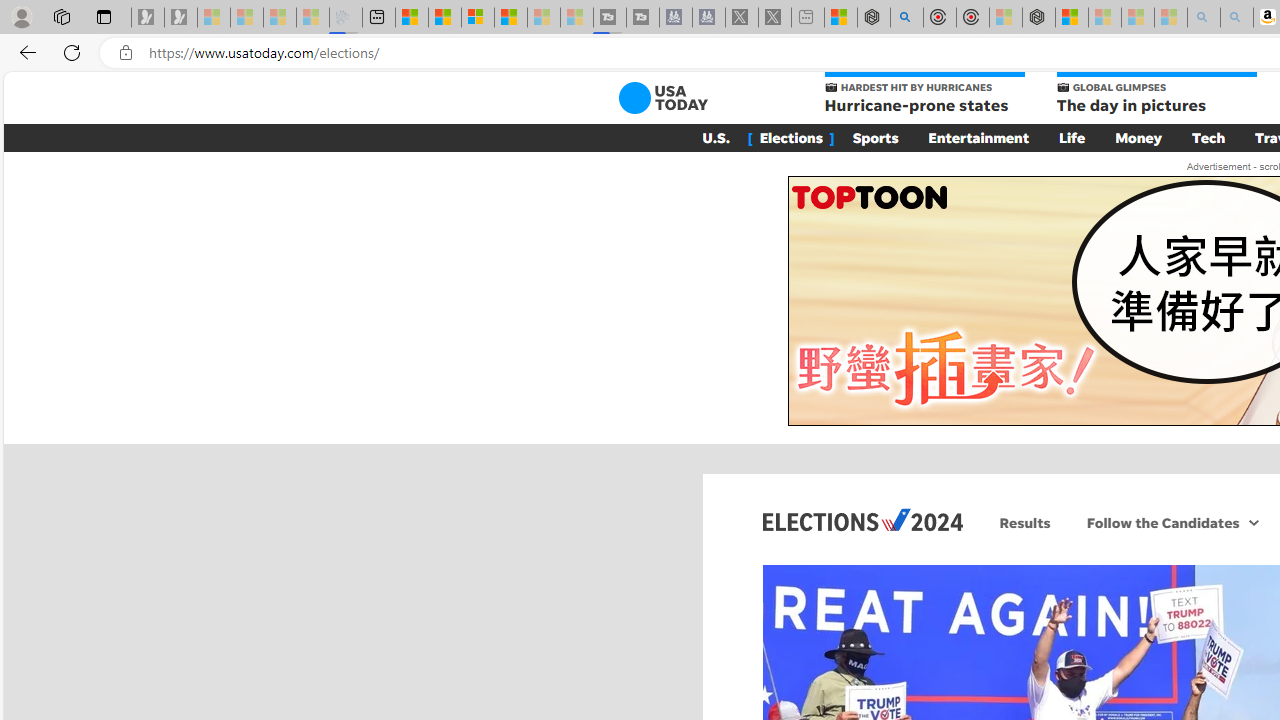  What do you see at coordinates (1252, 521) in the screenshot?
I see `'Class: gnt_sn_a_svg gnt_sn_a__db_svg'` at bounding box center [1252, 521].